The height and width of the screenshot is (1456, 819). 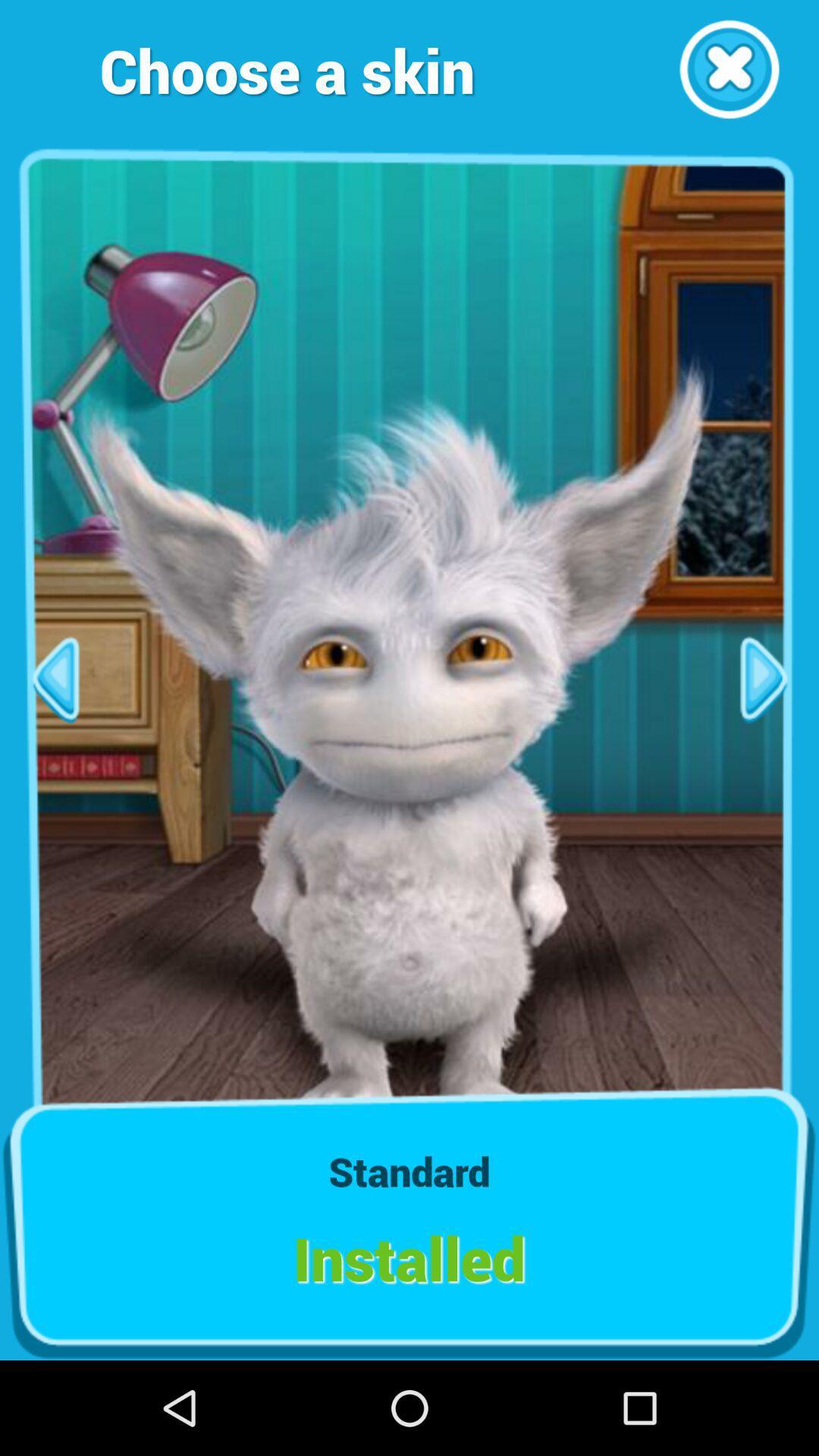 What do you see at coordinates (54, 679) in the screenshot?
I see `next bage` at bounding box center [54, 679].